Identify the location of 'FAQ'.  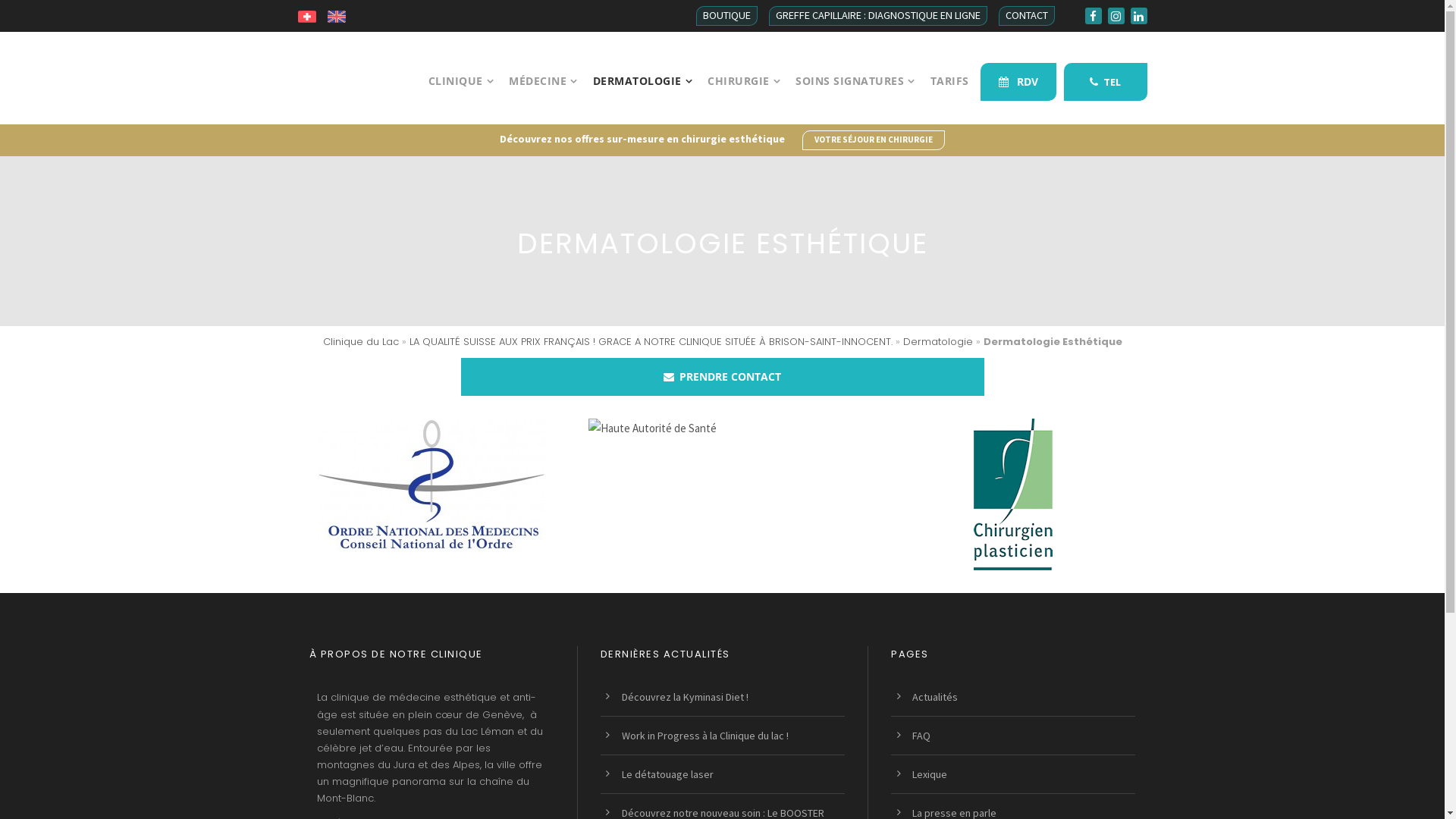
(920, 734).